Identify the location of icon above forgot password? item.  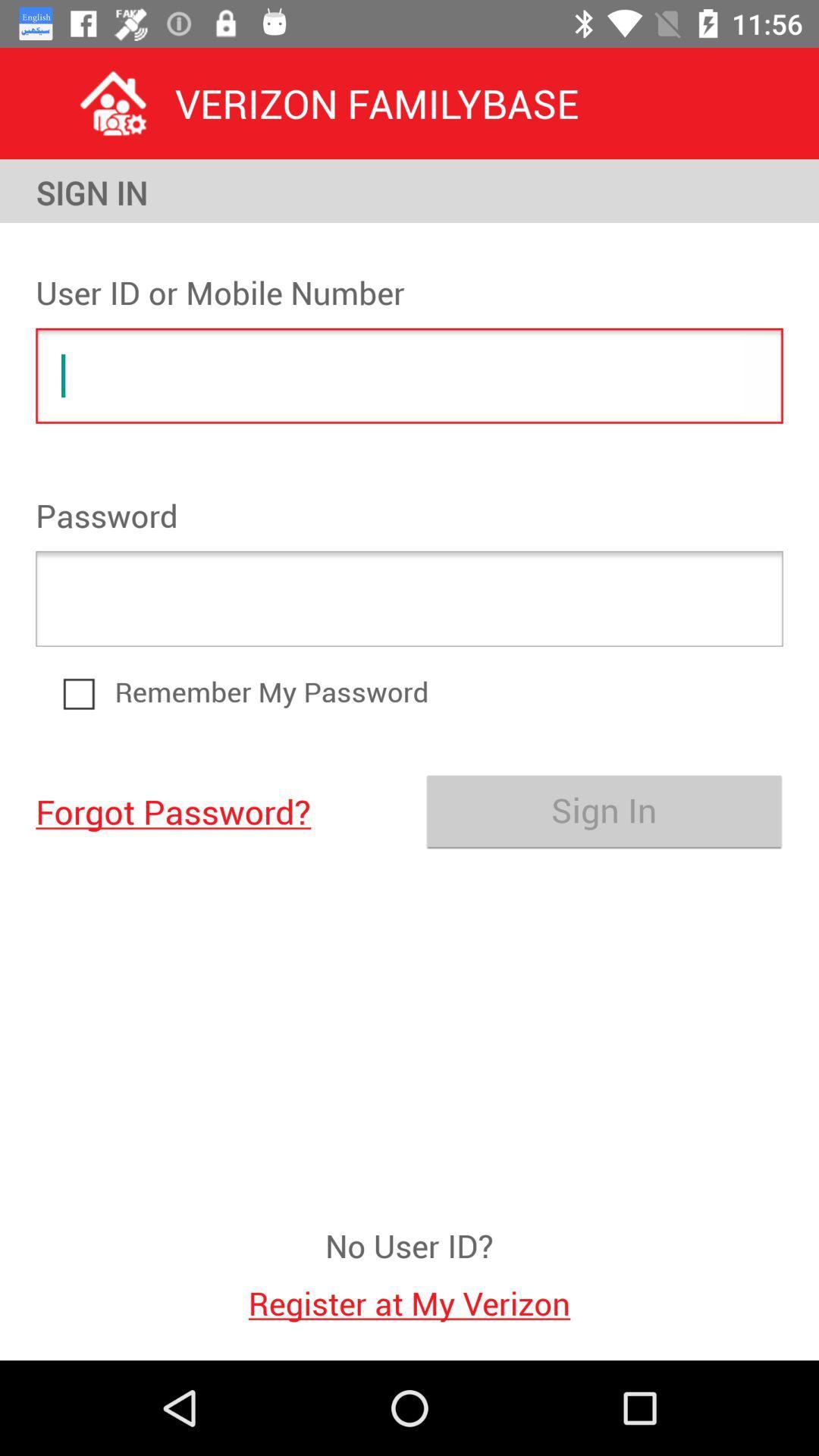
(79, 693).